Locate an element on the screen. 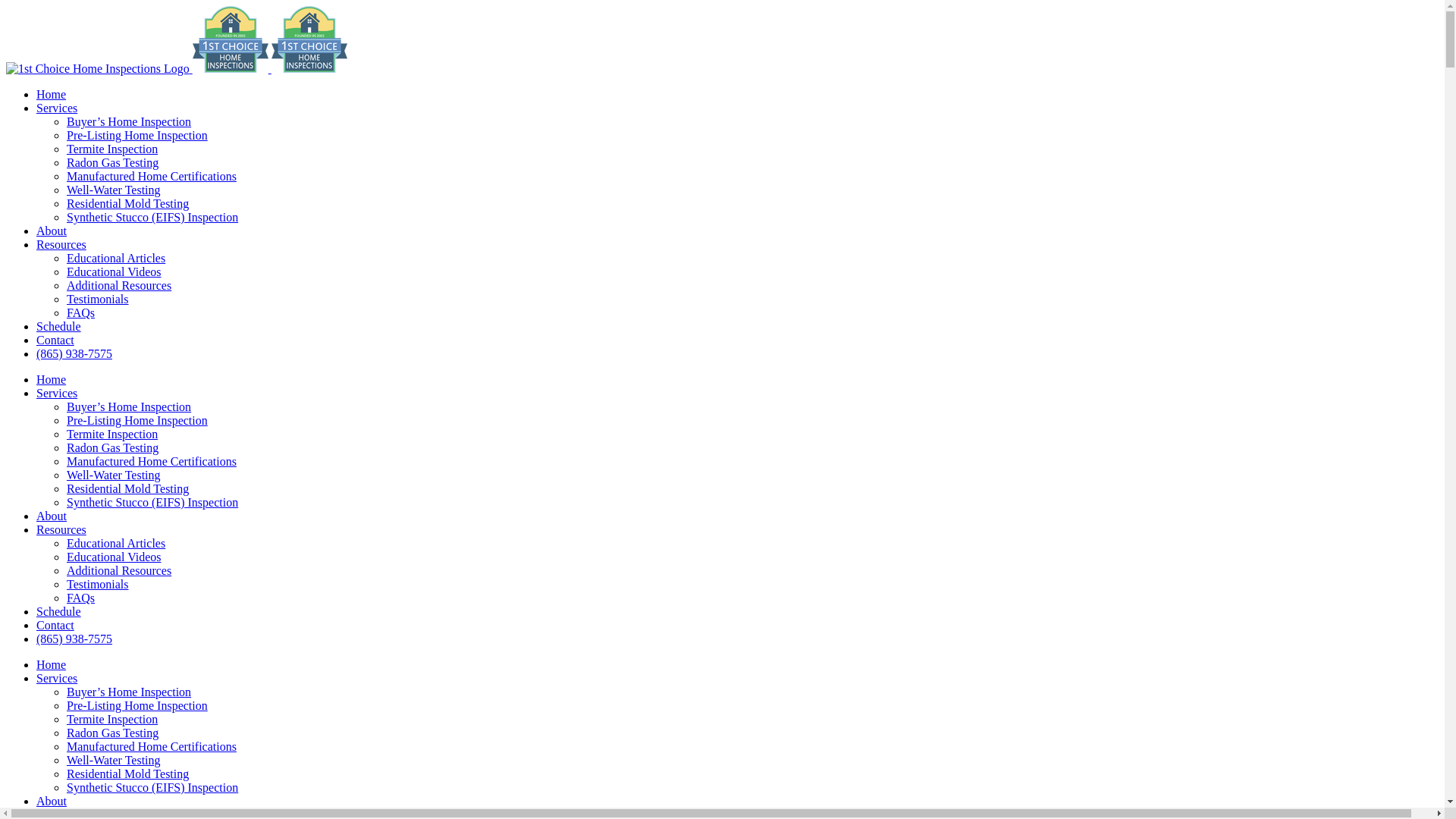 Image resolution: width=1456 pixels, height=819 pixels. 'FAQs' is located at coordinates (80, 597).